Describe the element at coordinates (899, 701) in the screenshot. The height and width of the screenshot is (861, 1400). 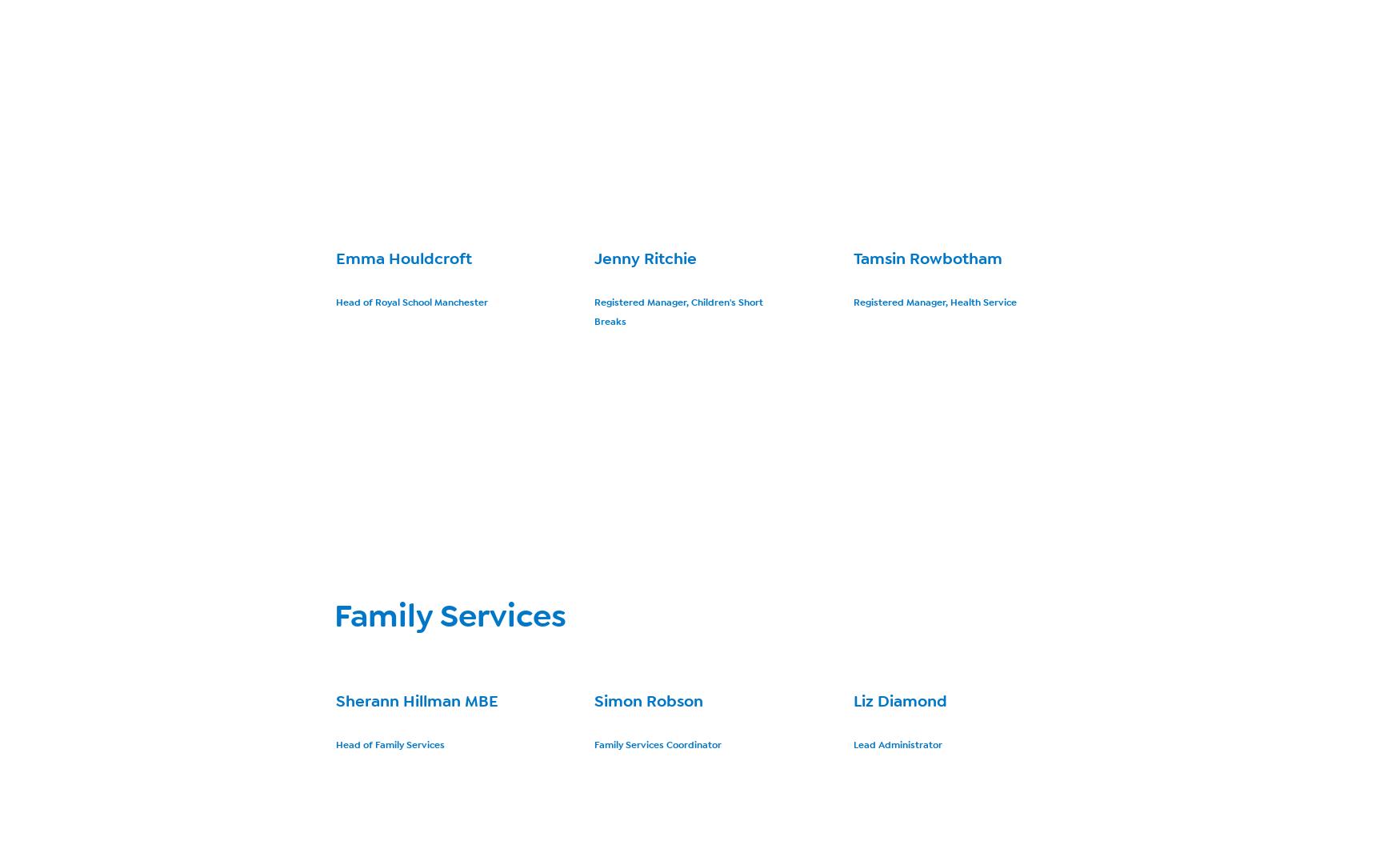
I see `'Liz Diamond'` at that location.